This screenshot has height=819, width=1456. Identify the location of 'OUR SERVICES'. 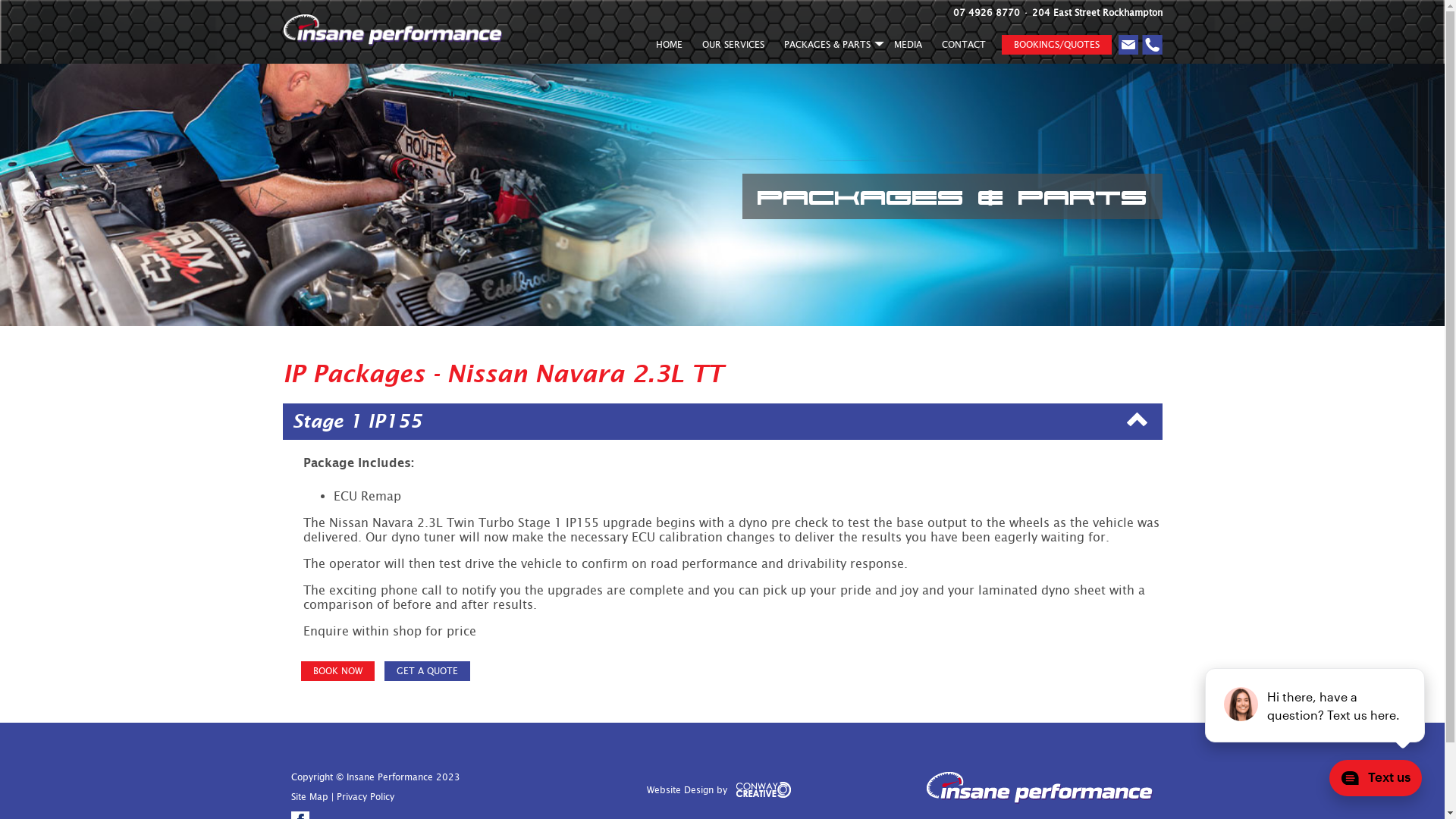
(732, 46).